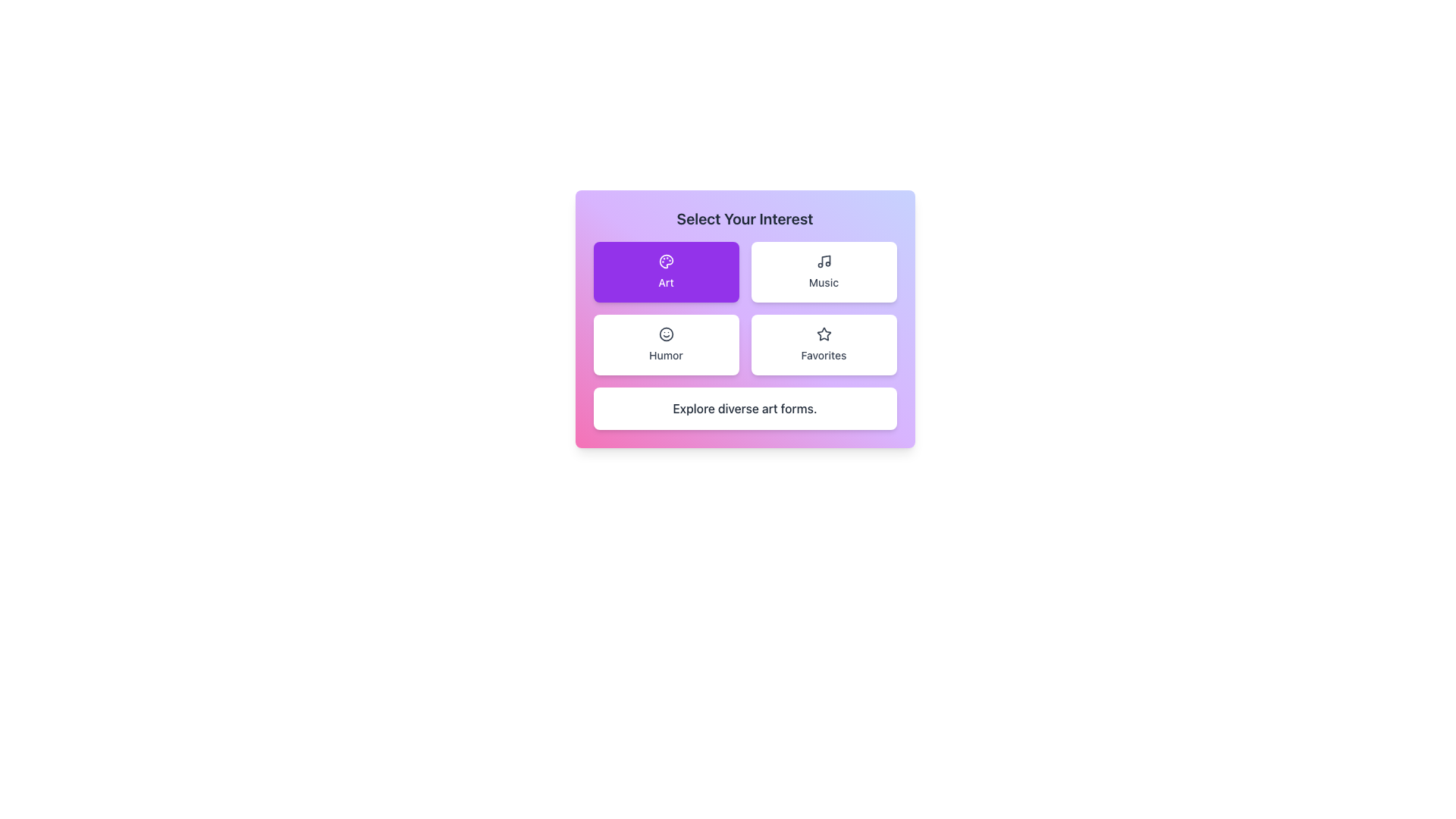  I want to click on the 'Music' button, which is a rectangular button with a white background and rounded corners, featuring musical notes icon and 'Music' text, so click(823, 271).